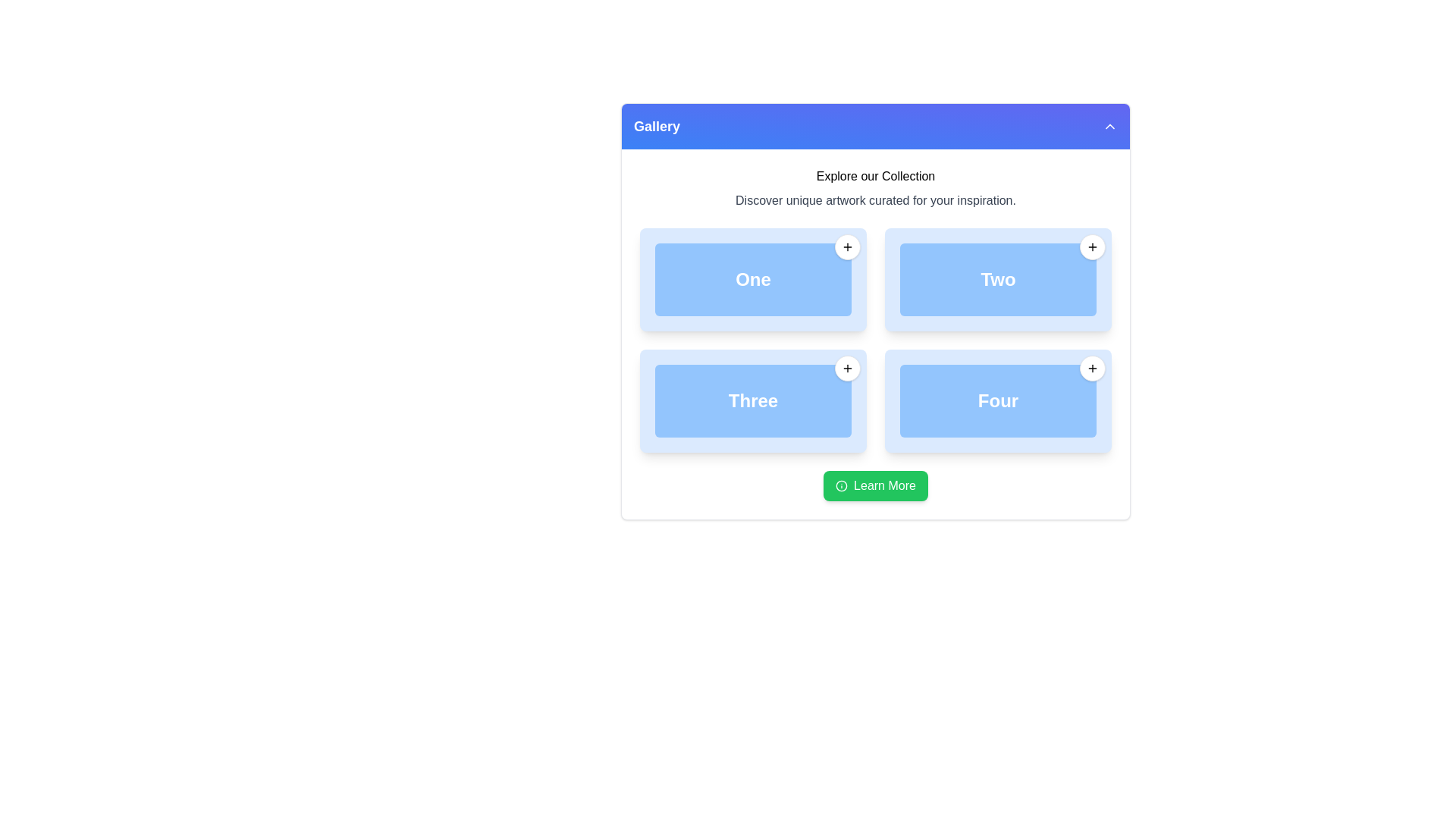  I want to click on the static content display element styled as a rectangular block with bold white text reading 'Four', which is located in the lower-right quadrant of the layout, so click(998, 400).